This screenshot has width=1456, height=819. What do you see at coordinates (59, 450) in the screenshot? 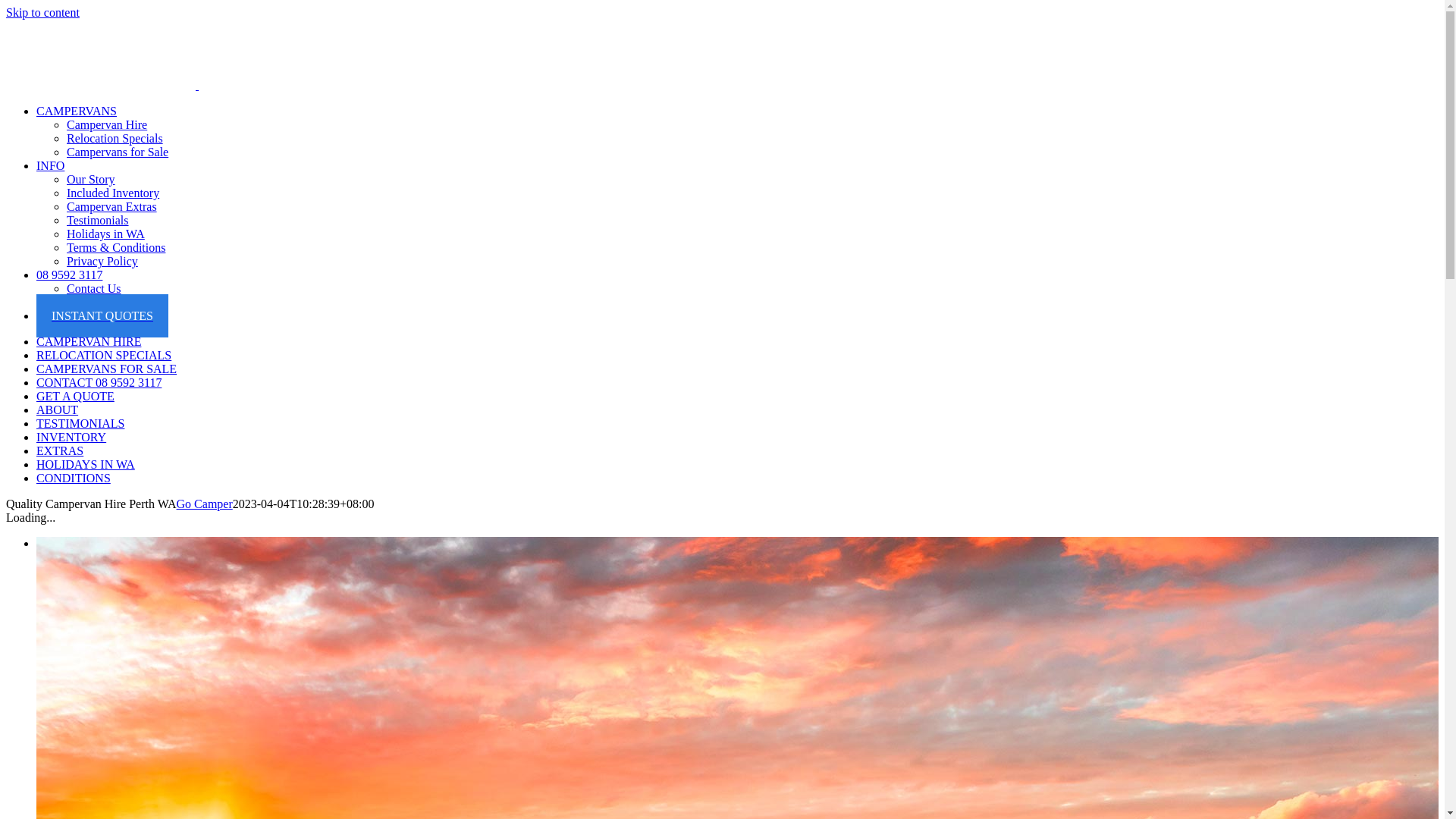
I see `'EXTRAS'` at bounding box center [59, 450].